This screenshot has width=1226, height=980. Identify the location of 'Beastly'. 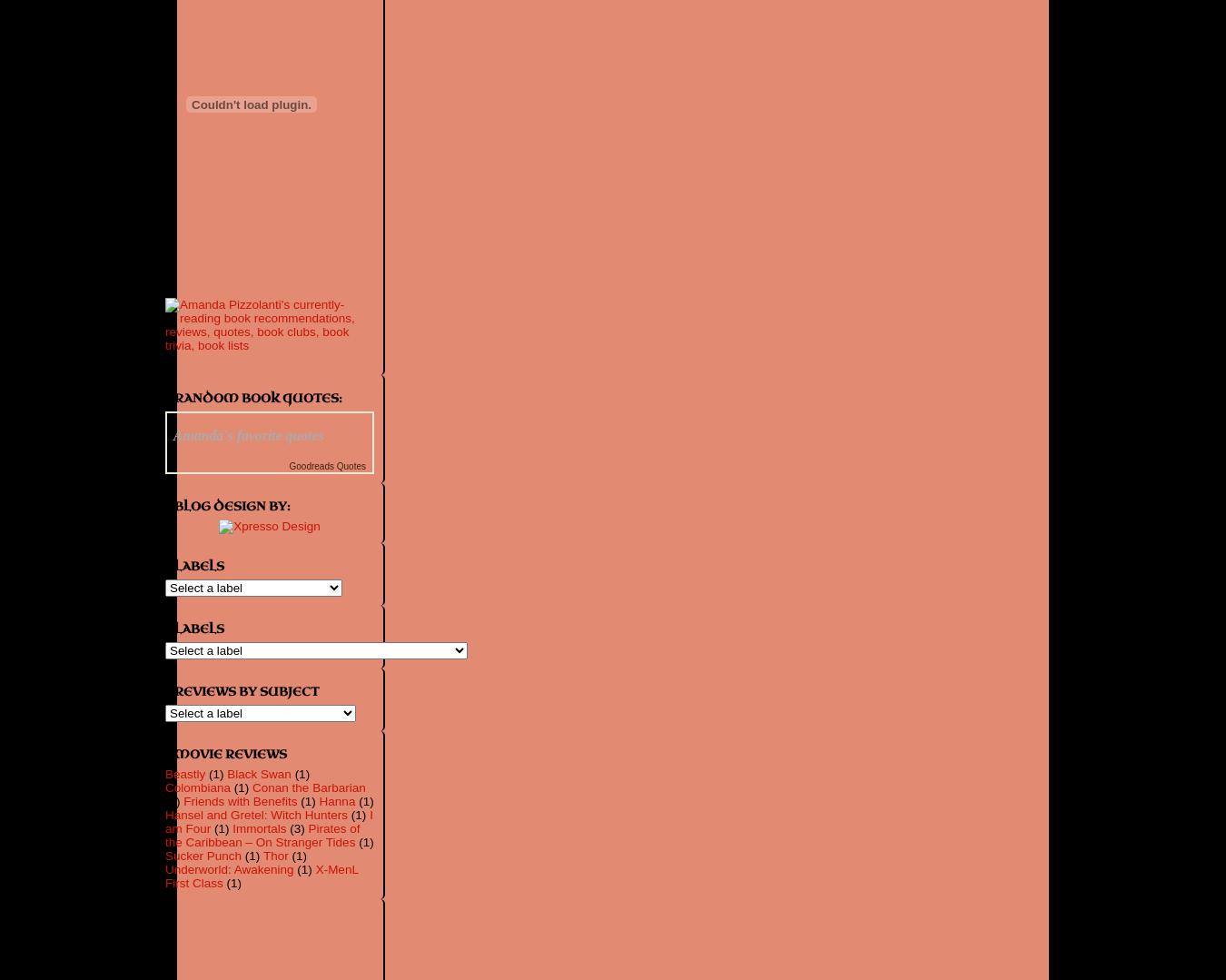
(184, 774).